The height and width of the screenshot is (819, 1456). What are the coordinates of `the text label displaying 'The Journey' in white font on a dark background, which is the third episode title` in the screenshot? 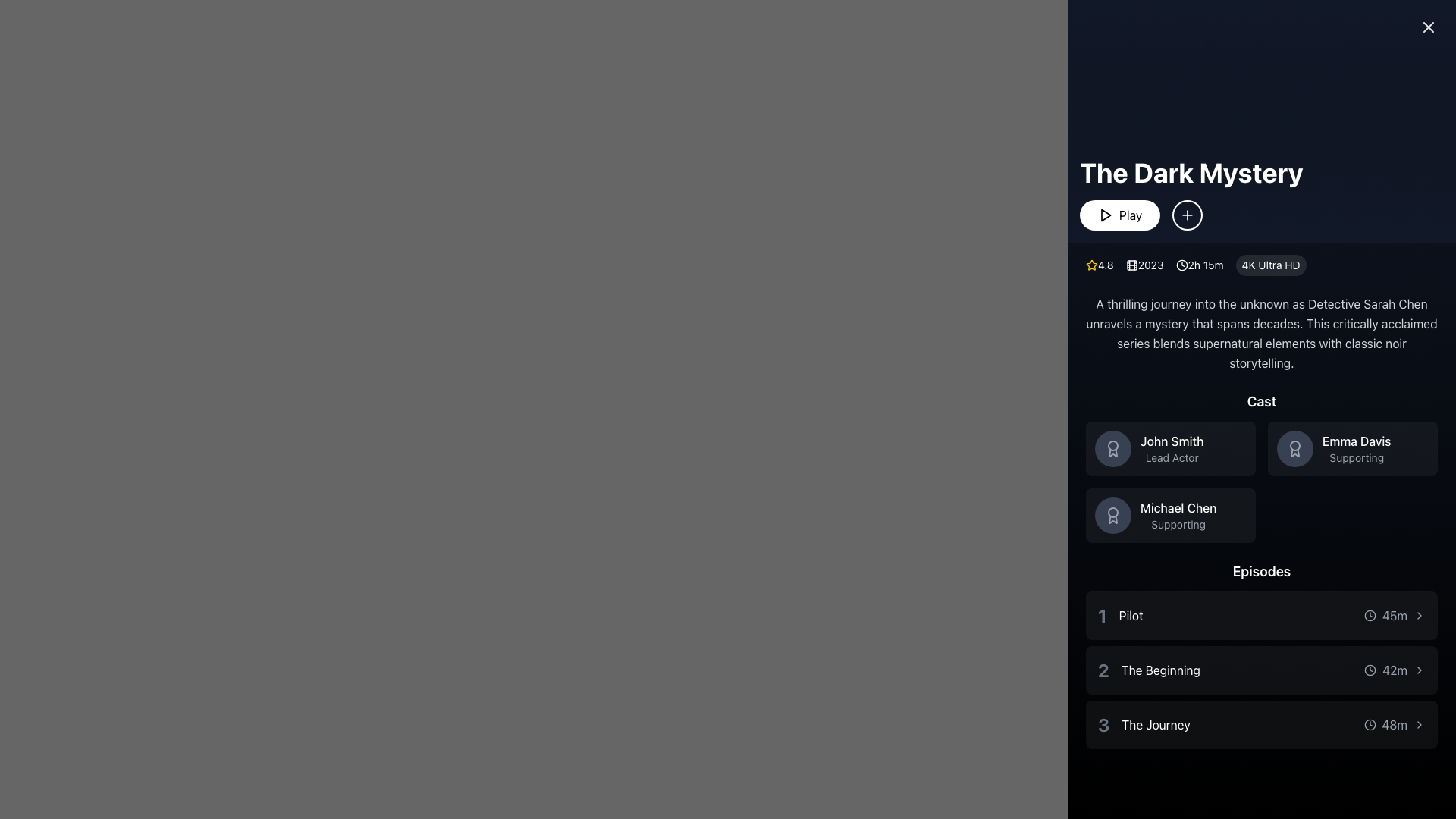 It's located at (1155, 724).